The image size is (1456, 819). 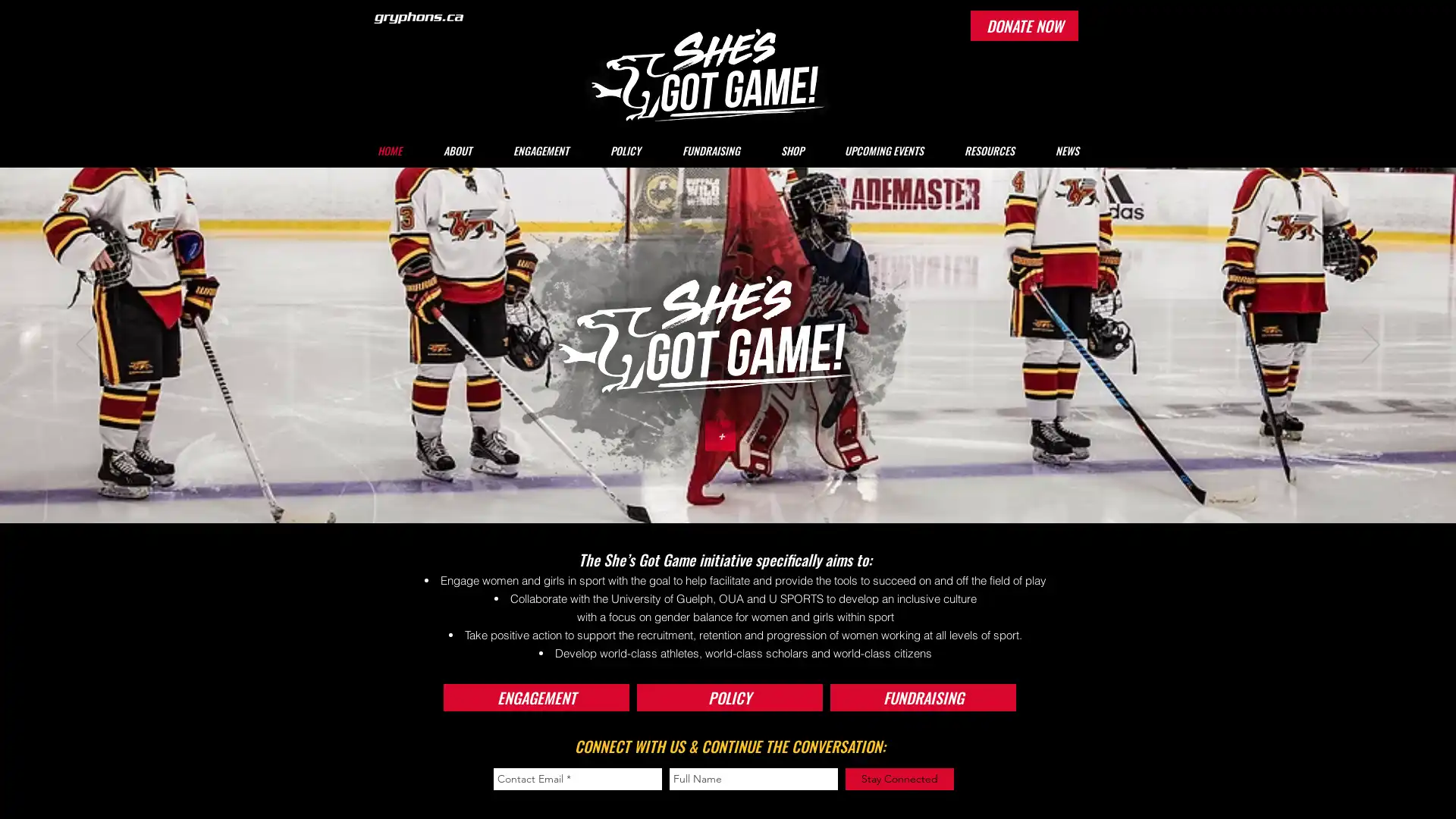 I want to click on Back to site, so click(x=518, y=290).